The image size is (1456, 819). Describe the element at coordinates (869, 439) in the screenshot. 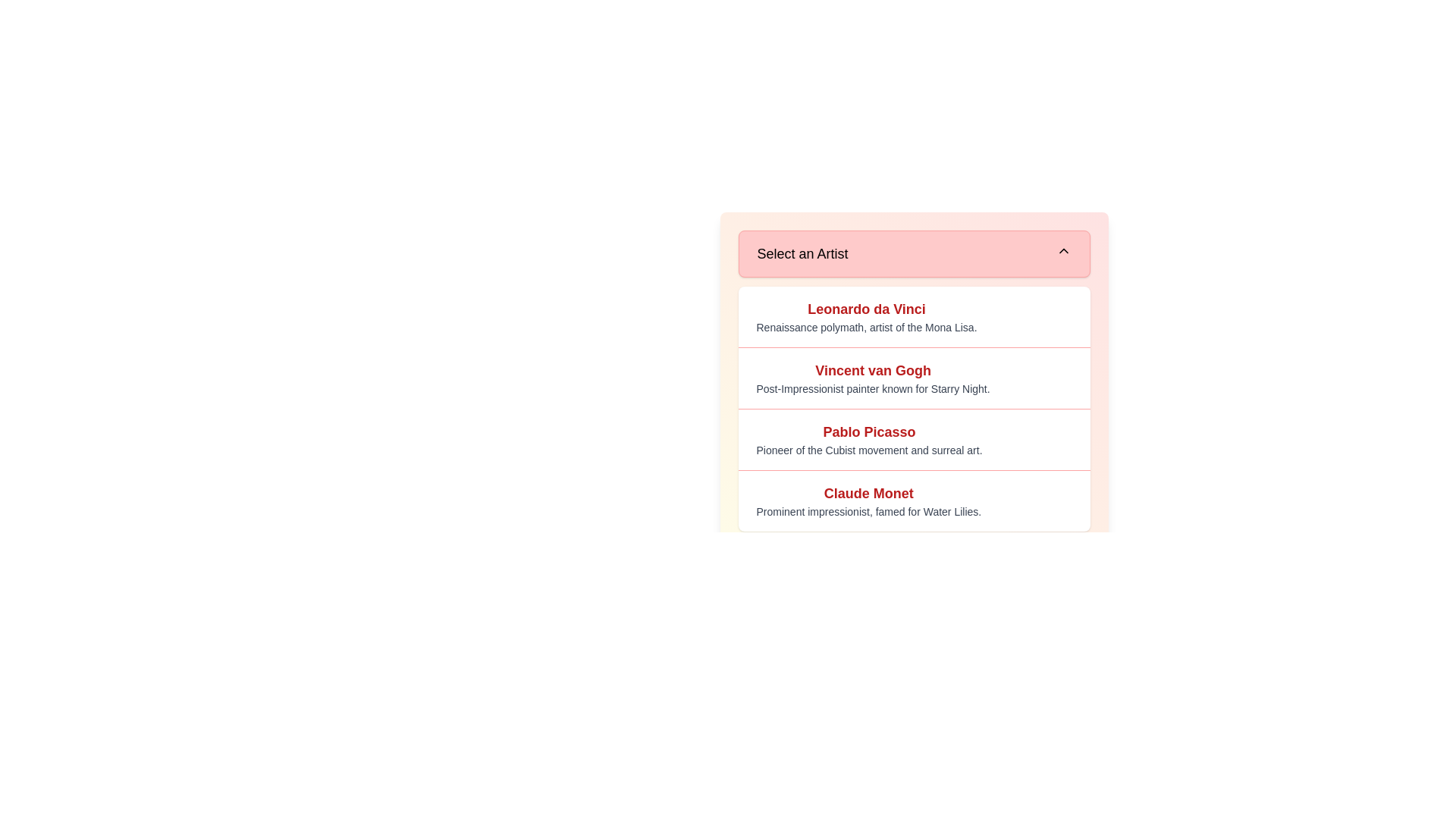

I see `the selectable list item indicating the artist 'Pablo Picasso', which is the third item in a vertical list of four in the dropdown panel titled 'Select an Artist'` at that location.